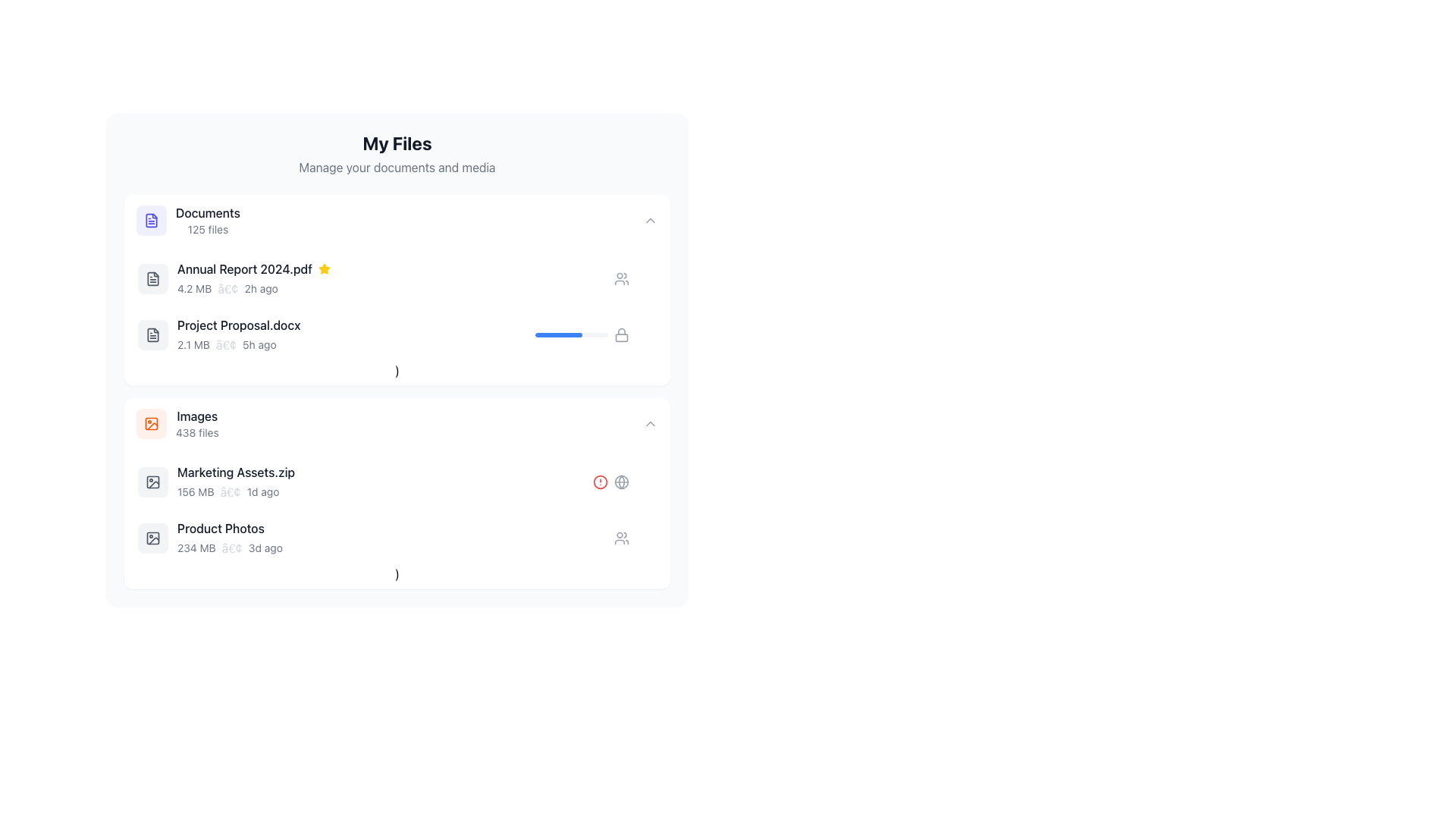 The image size is (1456, 819). I want to click on decorative status icon located to the right of the 'Annual Report 2024.pdf' text element, so click(323, 268).